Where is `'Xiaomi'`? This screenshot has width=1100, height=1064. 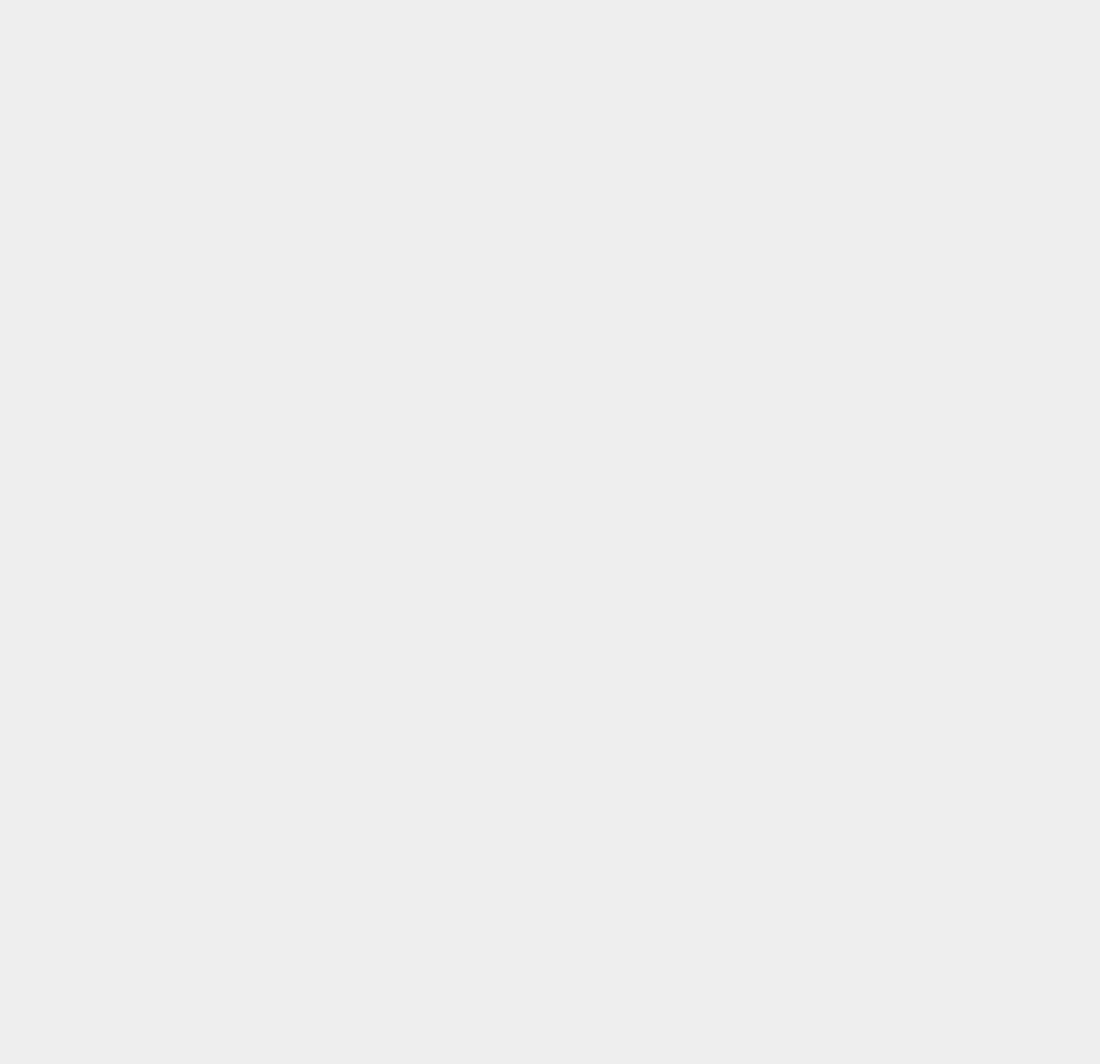
'Xiaomi' is located at coordinates (799, 653).